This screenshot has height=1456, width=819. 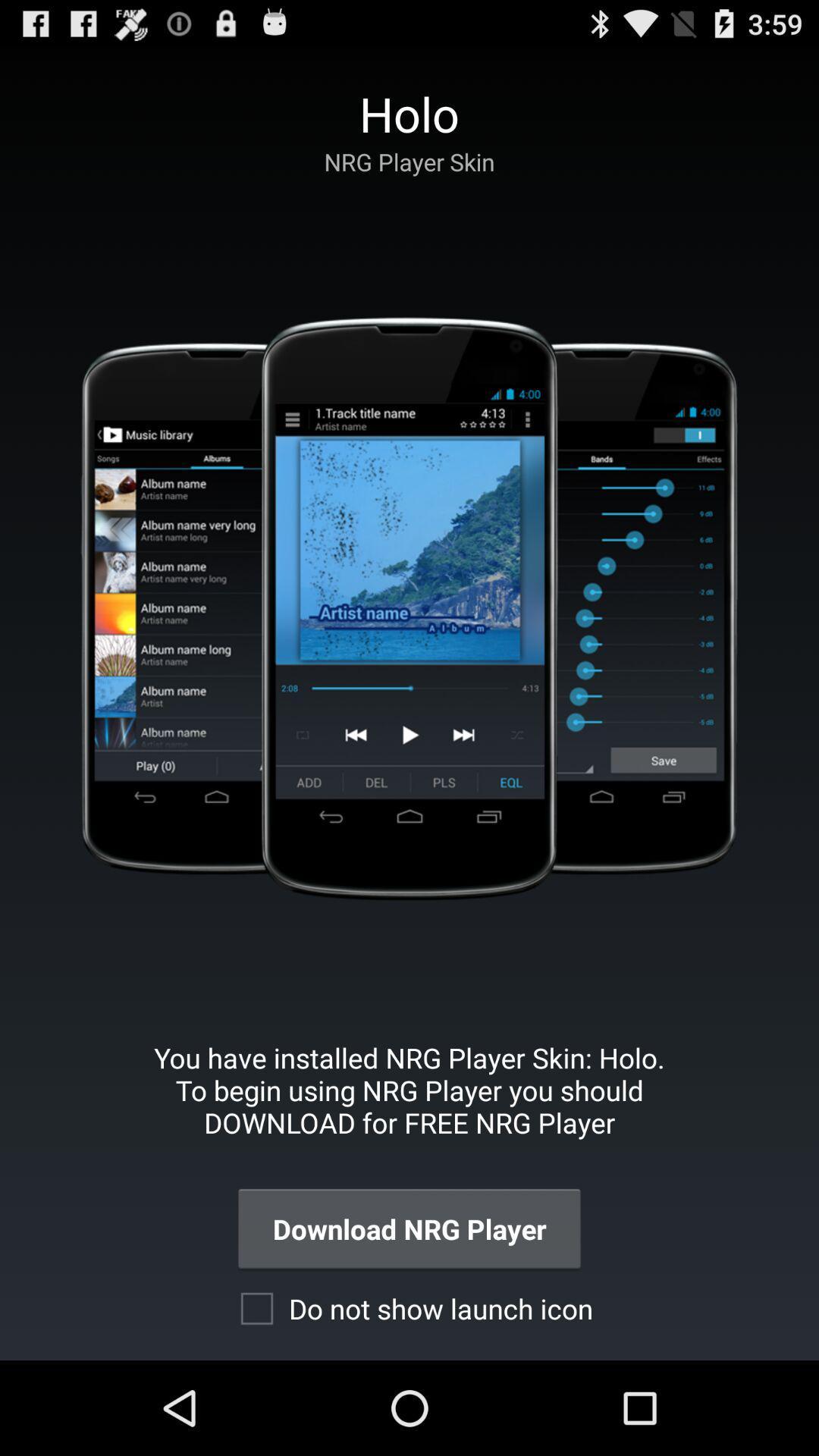 What do you see at coordinates (408, 608) in the screenshot?
I see `the item at the center` at bounding box center [408, 608].